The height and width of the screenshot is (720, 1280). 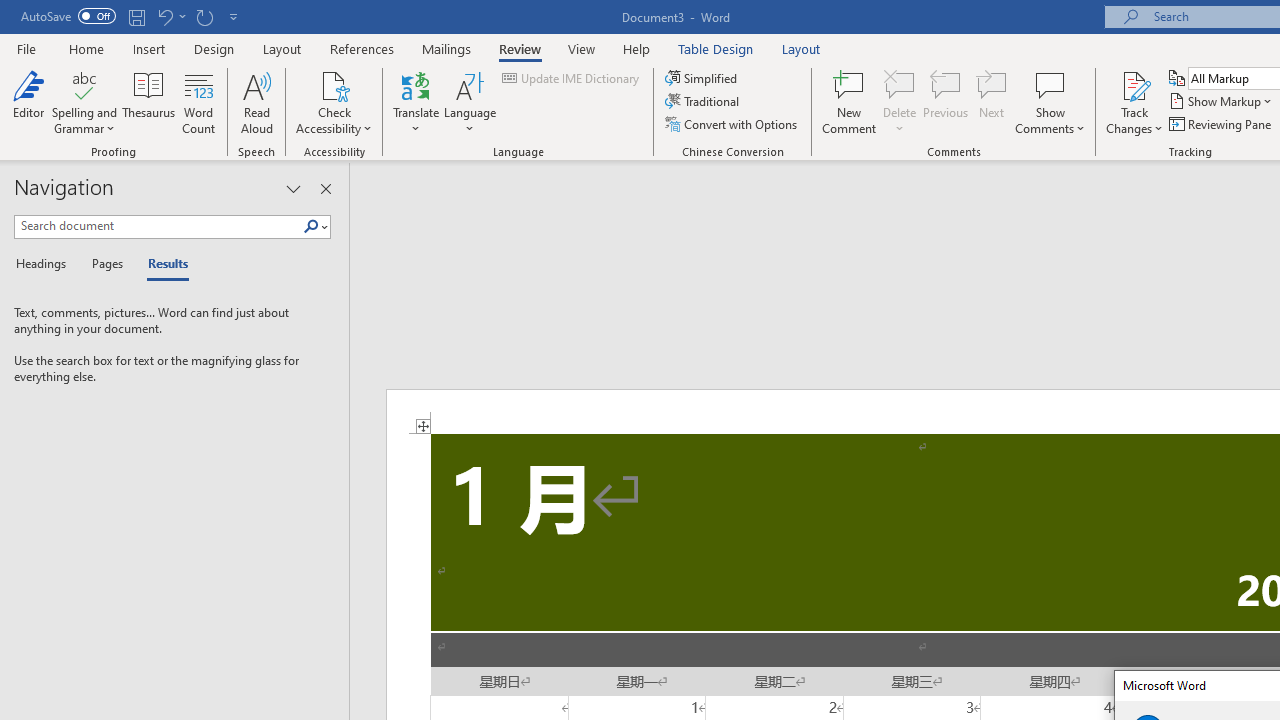 I want to click on 'Convert with Options...', so click(x=731, y=124).